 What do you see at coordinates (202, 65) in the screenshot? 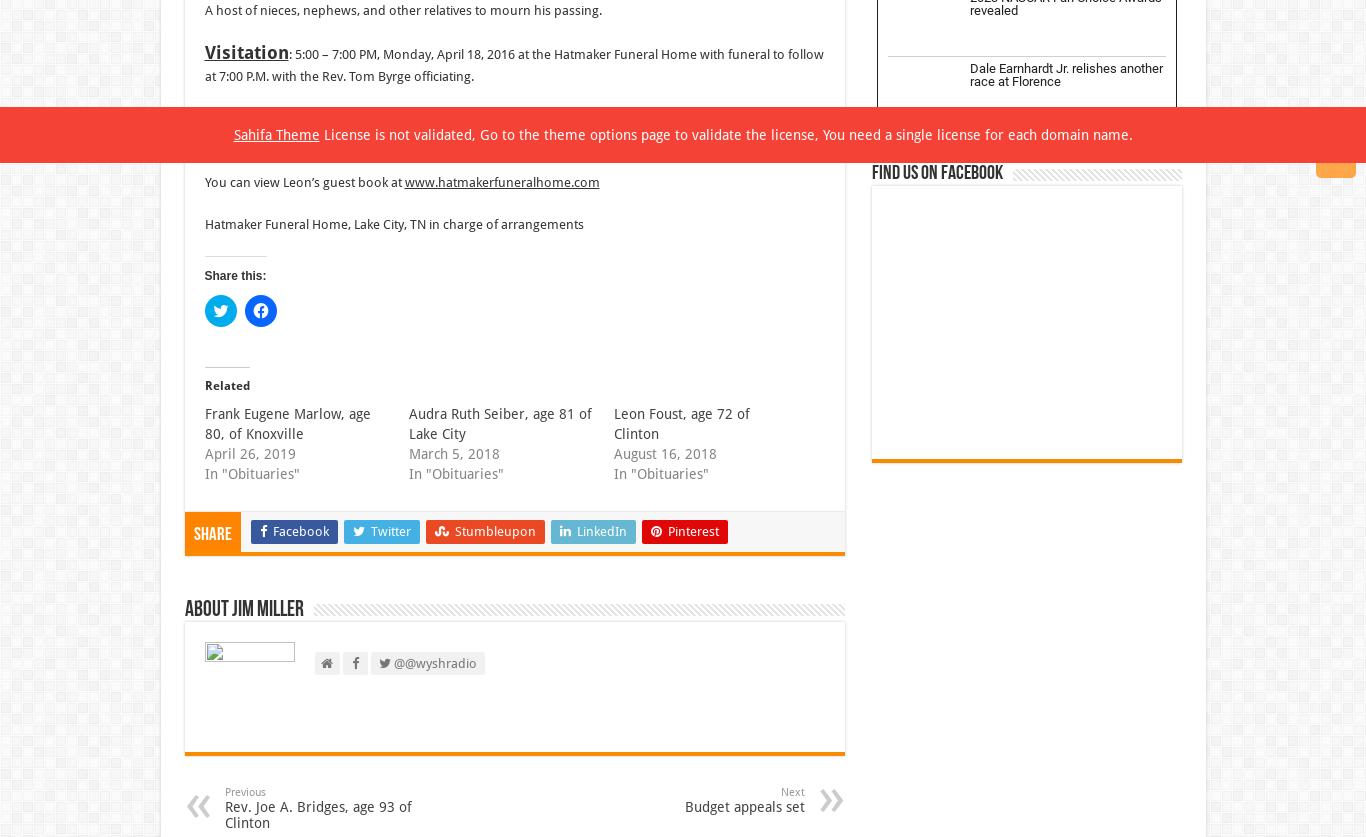
I see `': 5:00 – 7:00 PM, Monday, April 18, 2016 at the Hatmaker Funeral Home with funeral to follow at 7:00 P.M. with the Rev. Tom Byrge officiating.'` at bounding box center [202, 65].